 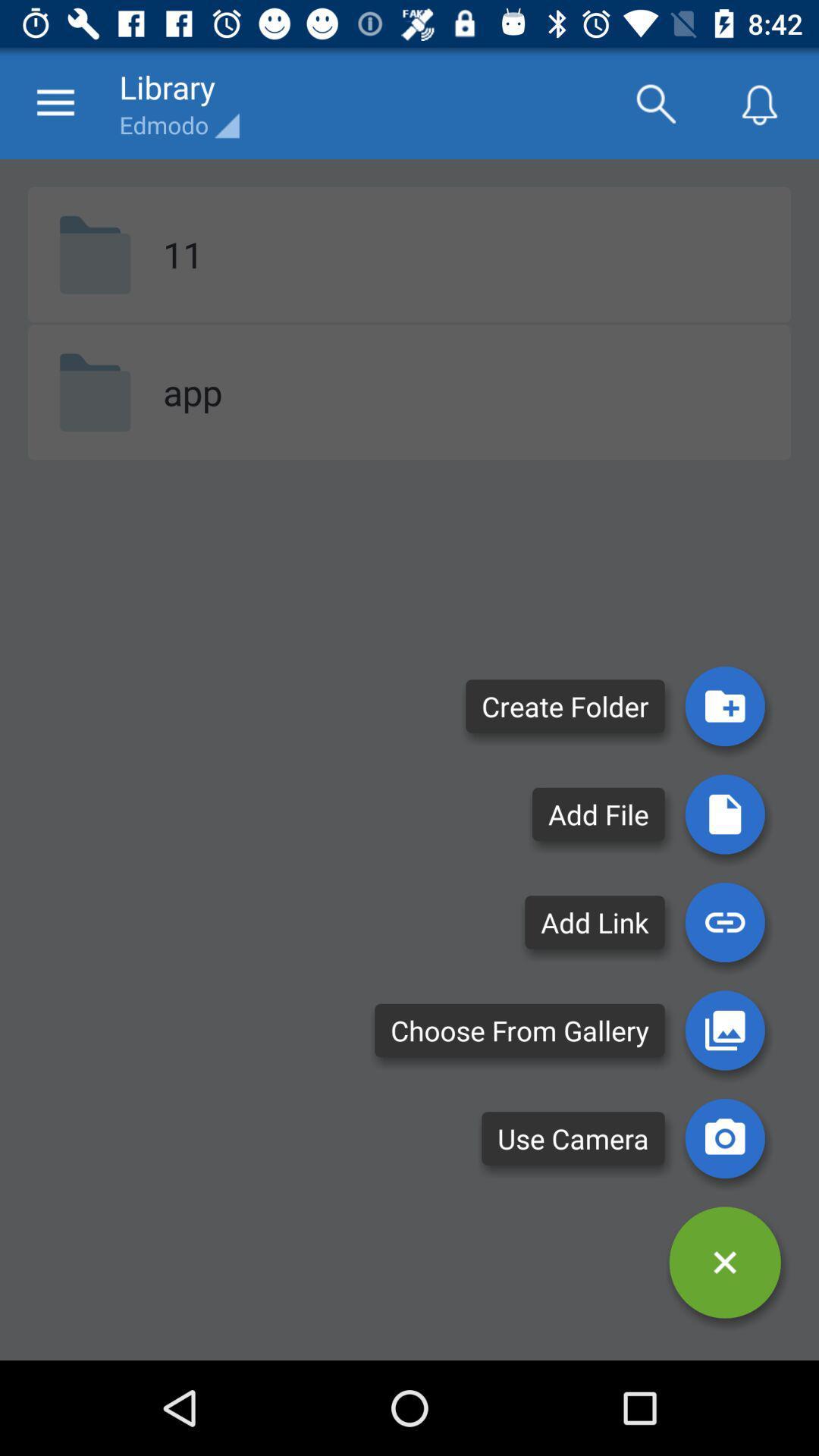 I want to click on link, so click(x=724, y=921).